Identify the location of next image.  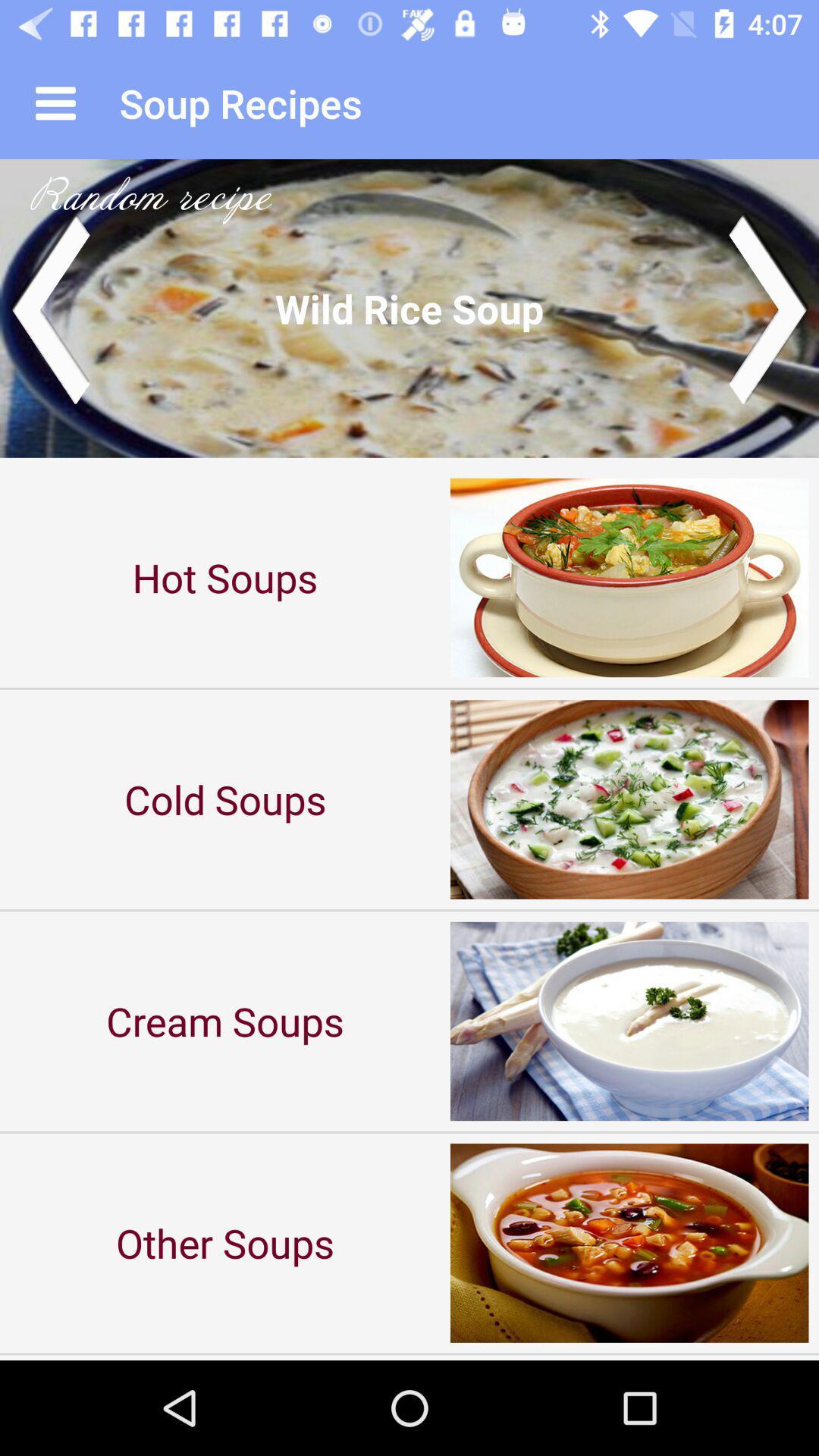
(769, 307).